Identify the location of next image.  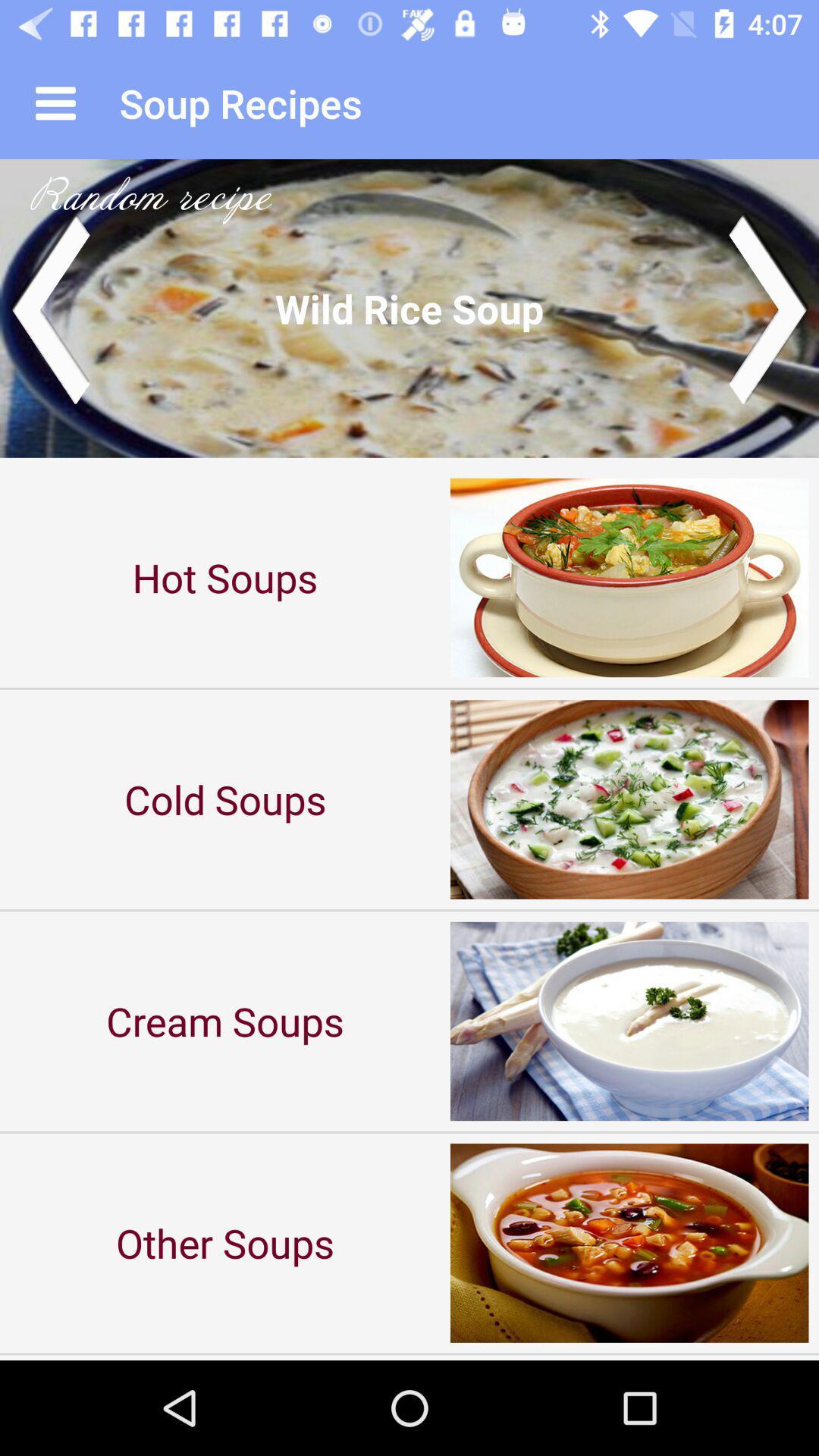
(769, 307).